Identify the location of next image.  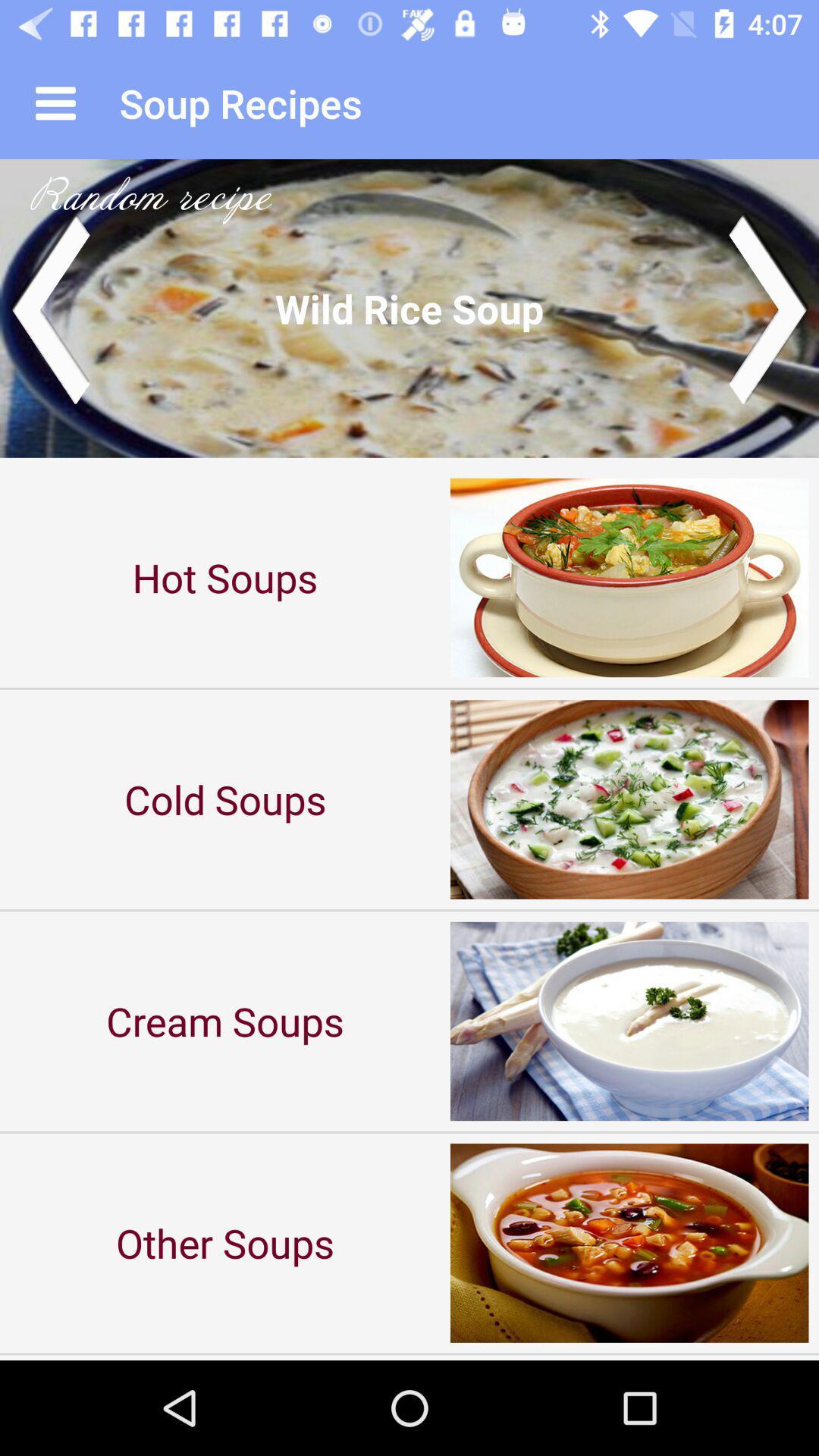
(769, 307).